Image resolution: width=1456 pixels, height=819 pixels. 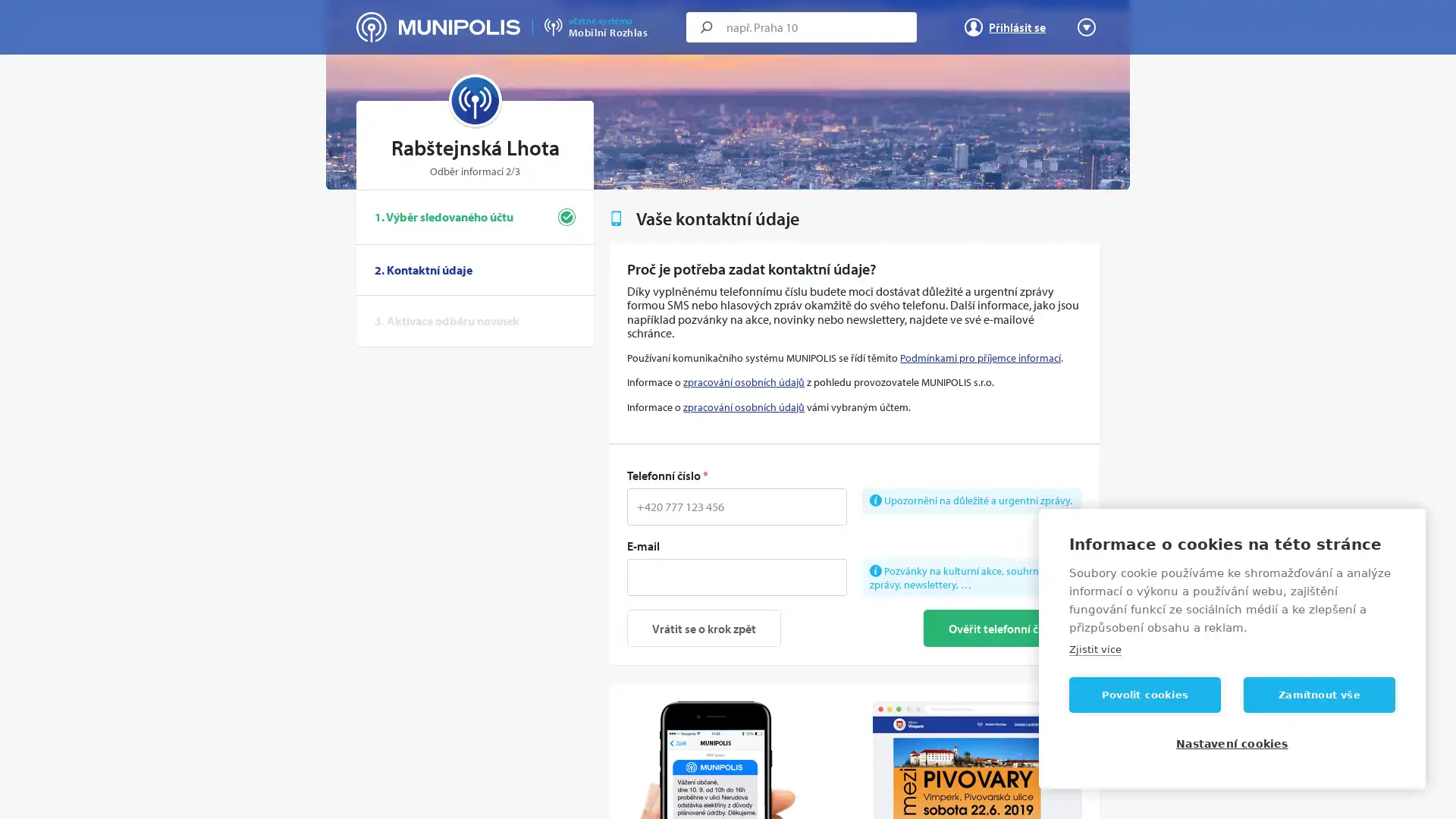 I want to click on Zamitnout vse, so click(x=1318, y=695).